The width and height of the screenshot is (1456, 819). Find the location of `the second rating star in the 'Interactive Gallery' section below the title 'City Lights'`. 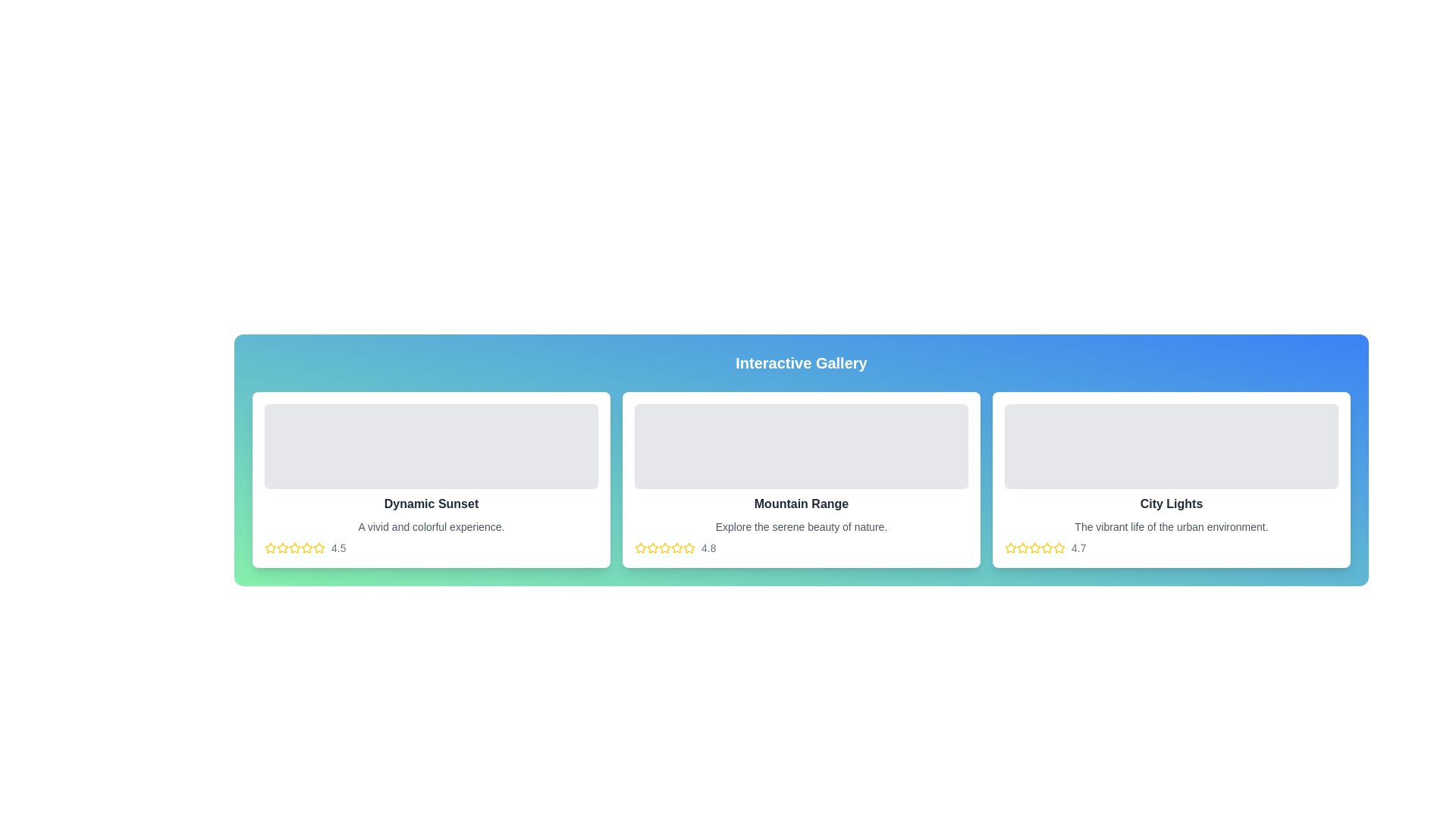

the second rating star in the 'Interactive Gallery' section below the title 'City Lights' is located at coordinates (1034, 548).